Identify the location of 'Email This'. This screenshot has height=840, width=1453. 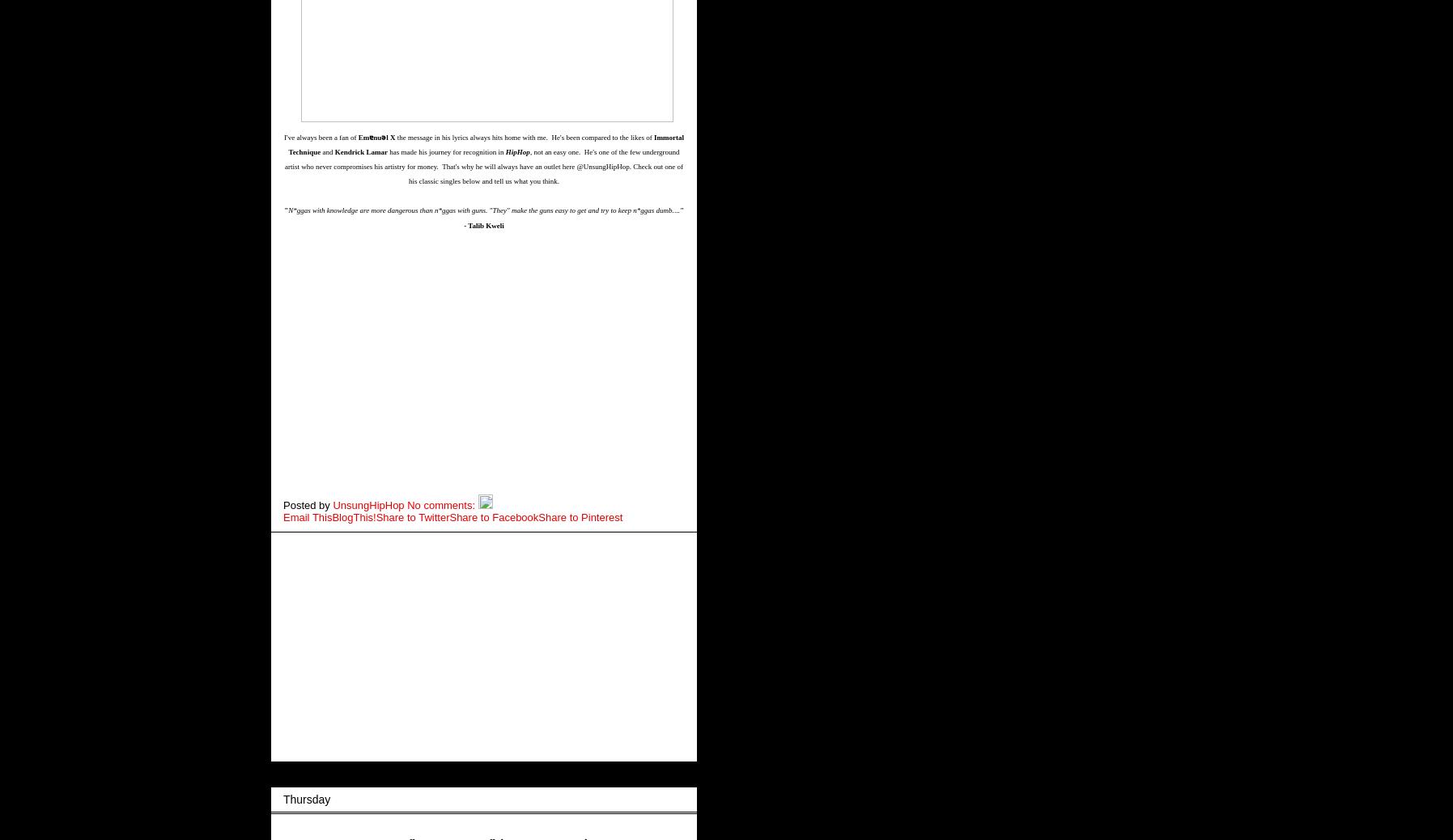
(308, 515).